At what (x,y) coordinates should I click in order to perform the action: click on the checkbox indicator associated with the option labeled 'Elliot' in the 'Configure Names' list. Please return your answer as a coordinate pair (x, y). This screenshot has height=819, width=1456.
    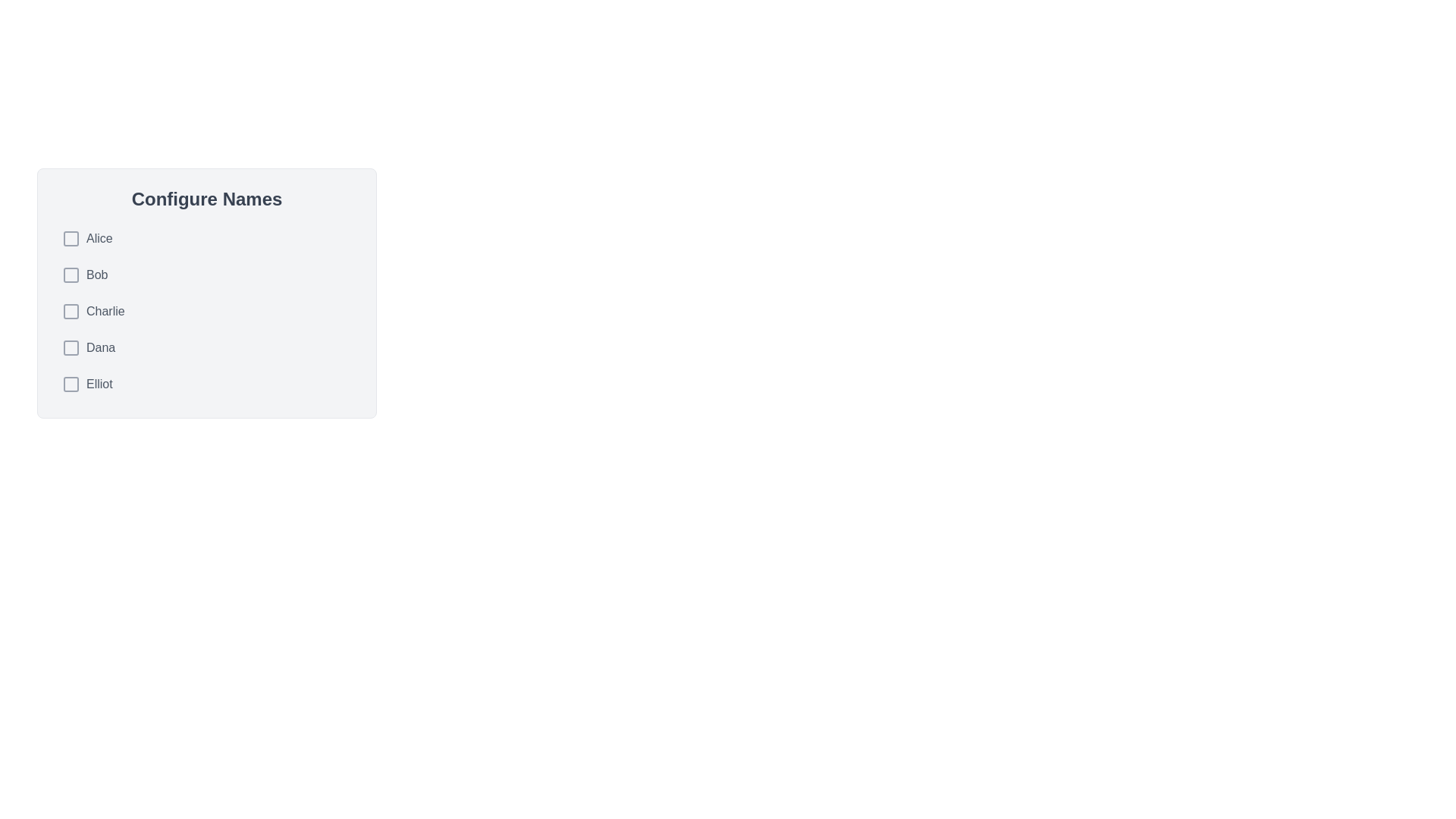
    Looking at the image, I should click on (71, 383).